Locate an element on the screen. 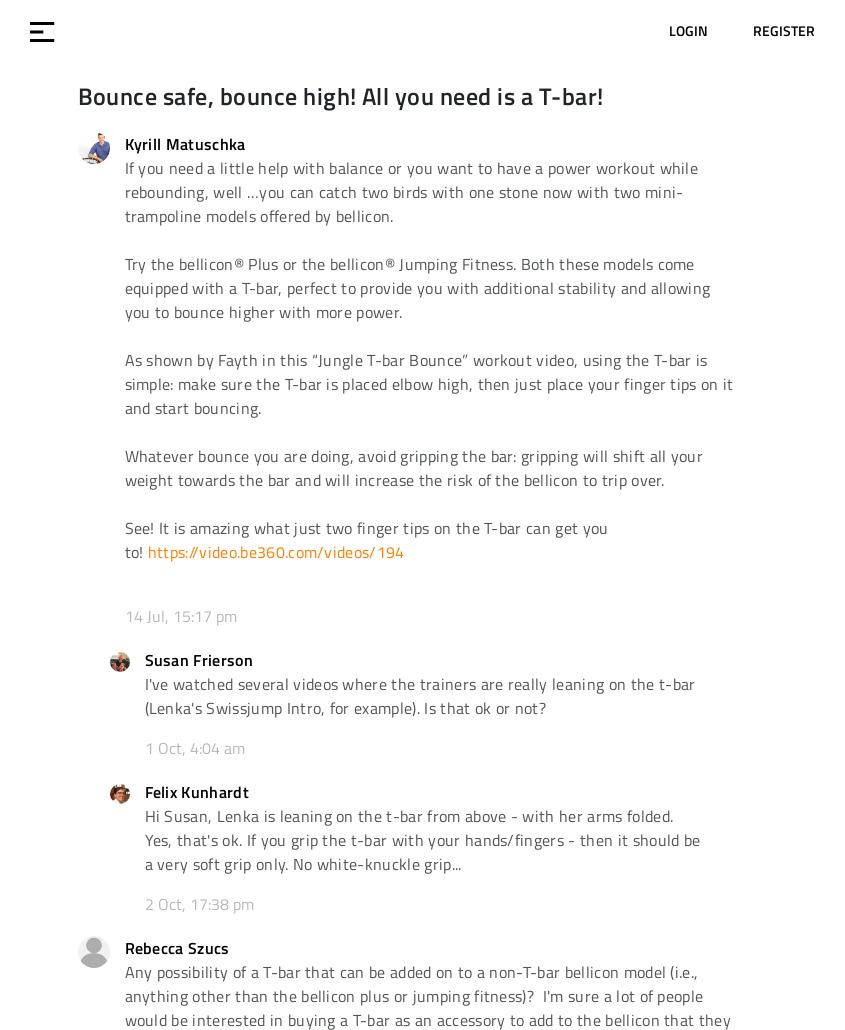 This screenshot has height=1030, width=845. '14 Jul, 15:17 pm' is located at coordinates (123, 615).